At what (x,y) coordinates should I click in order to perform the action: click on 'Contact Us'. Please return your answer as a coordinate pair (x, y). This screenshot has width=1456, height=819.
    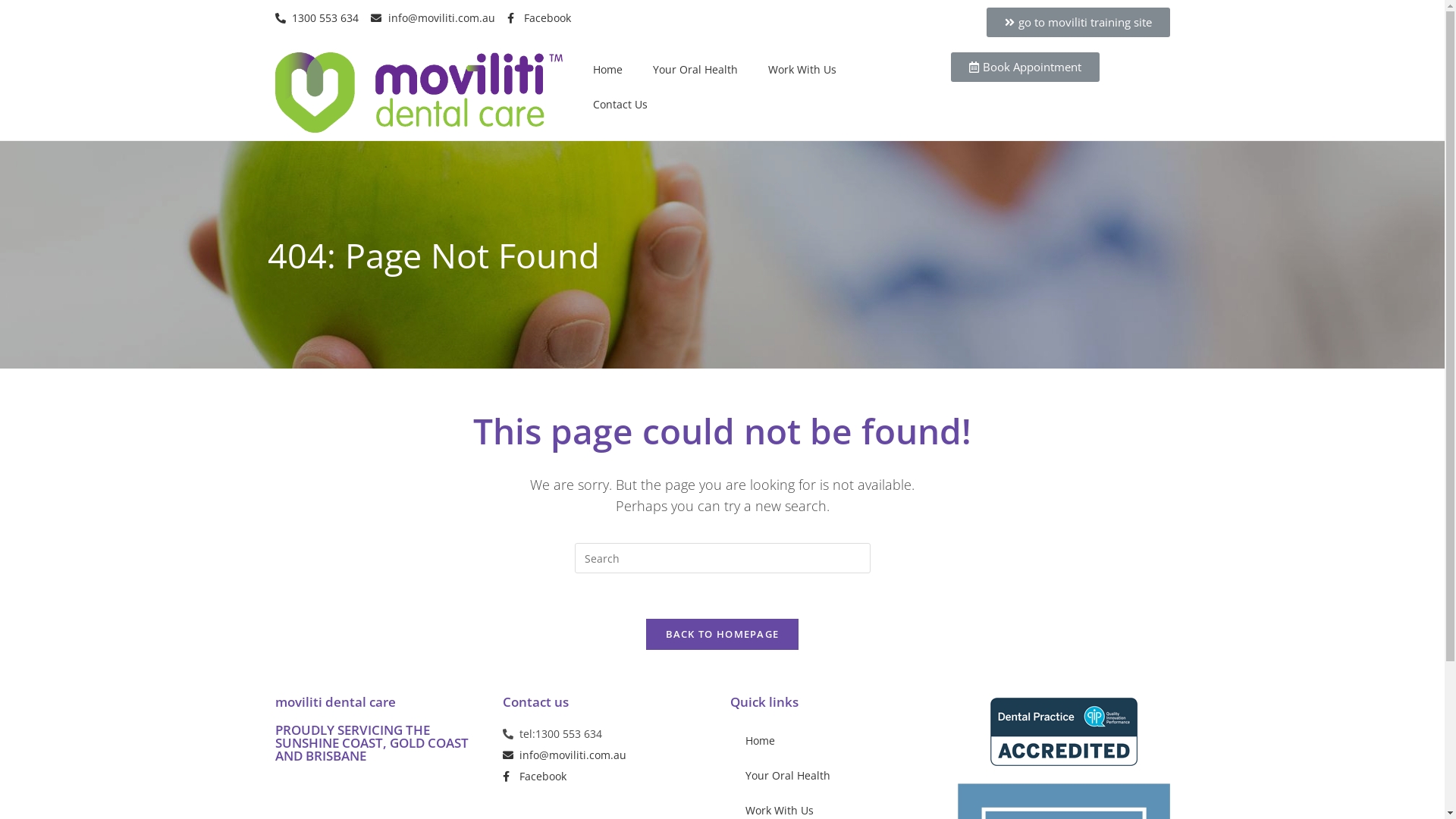
    Looking at the image, I should click on (620, 104).